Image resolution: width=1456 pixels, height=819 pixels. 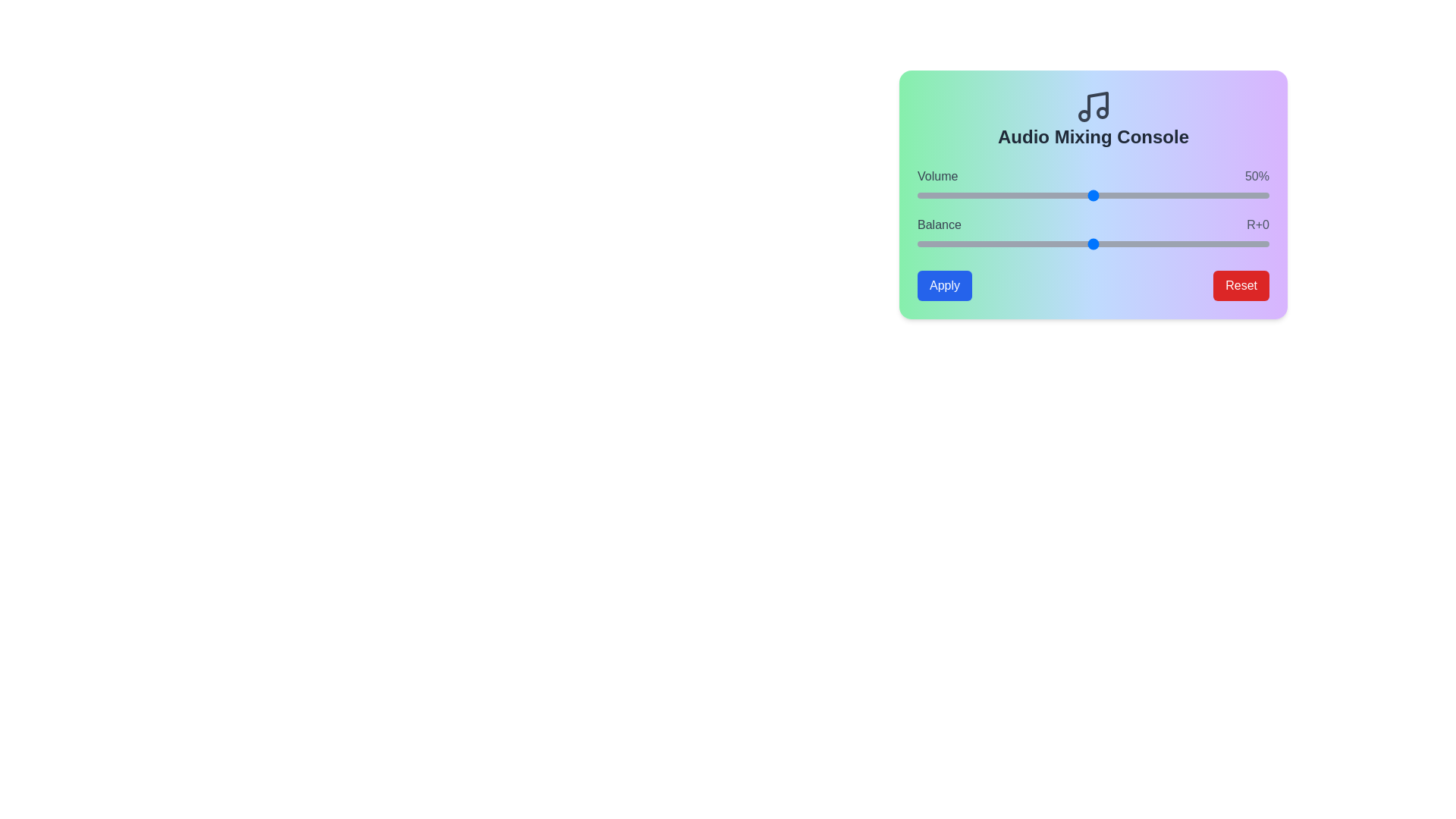 I want to click on the upper part of the musical note icon located at the top-center of the 'Audio Mixing Console' panel, so click(x=1098, y=104).